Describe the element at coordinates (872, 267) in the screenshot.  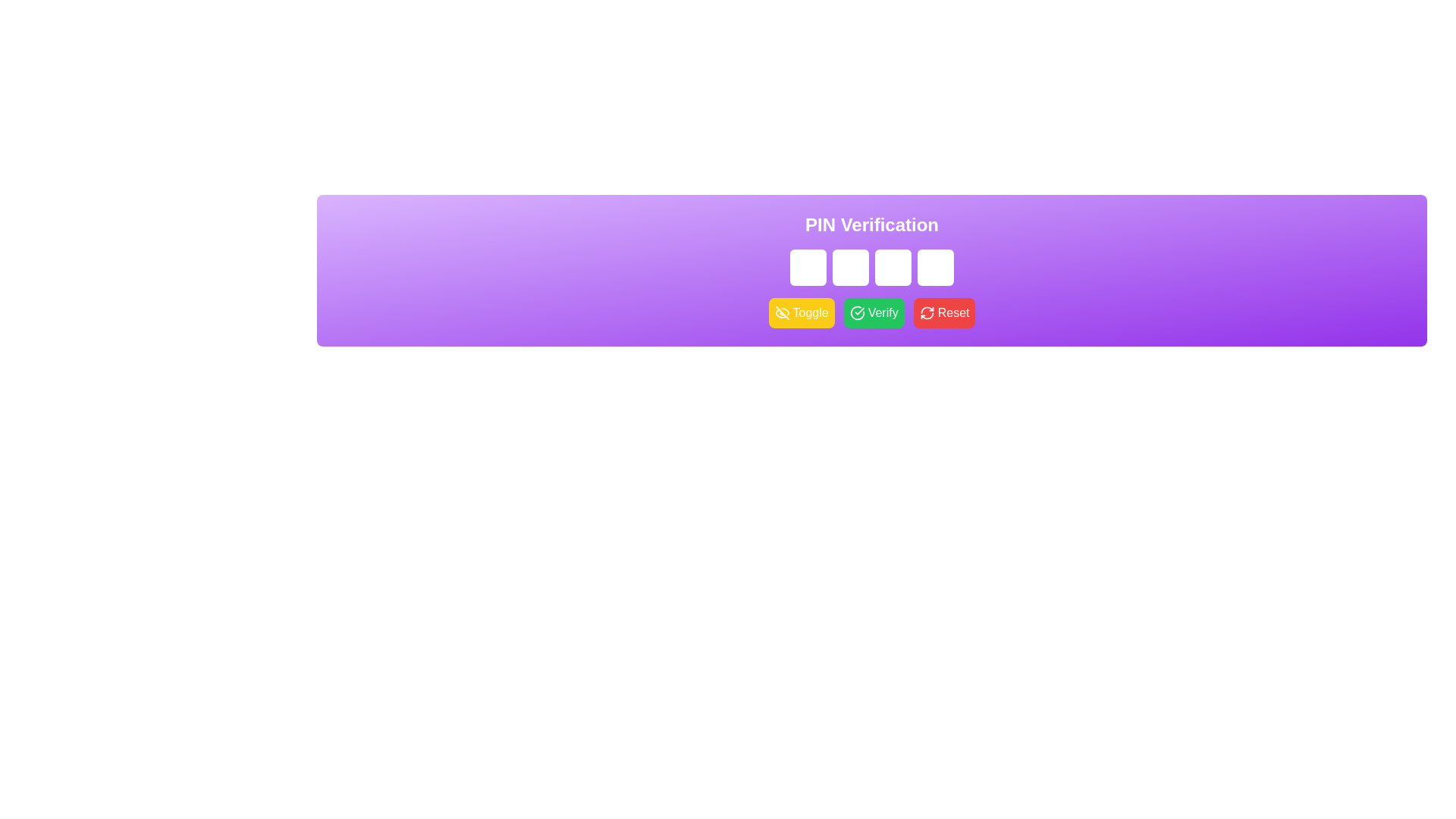
I see `the group of one-character password input boxes located beneath the 'PIN Verification' text` at that location.